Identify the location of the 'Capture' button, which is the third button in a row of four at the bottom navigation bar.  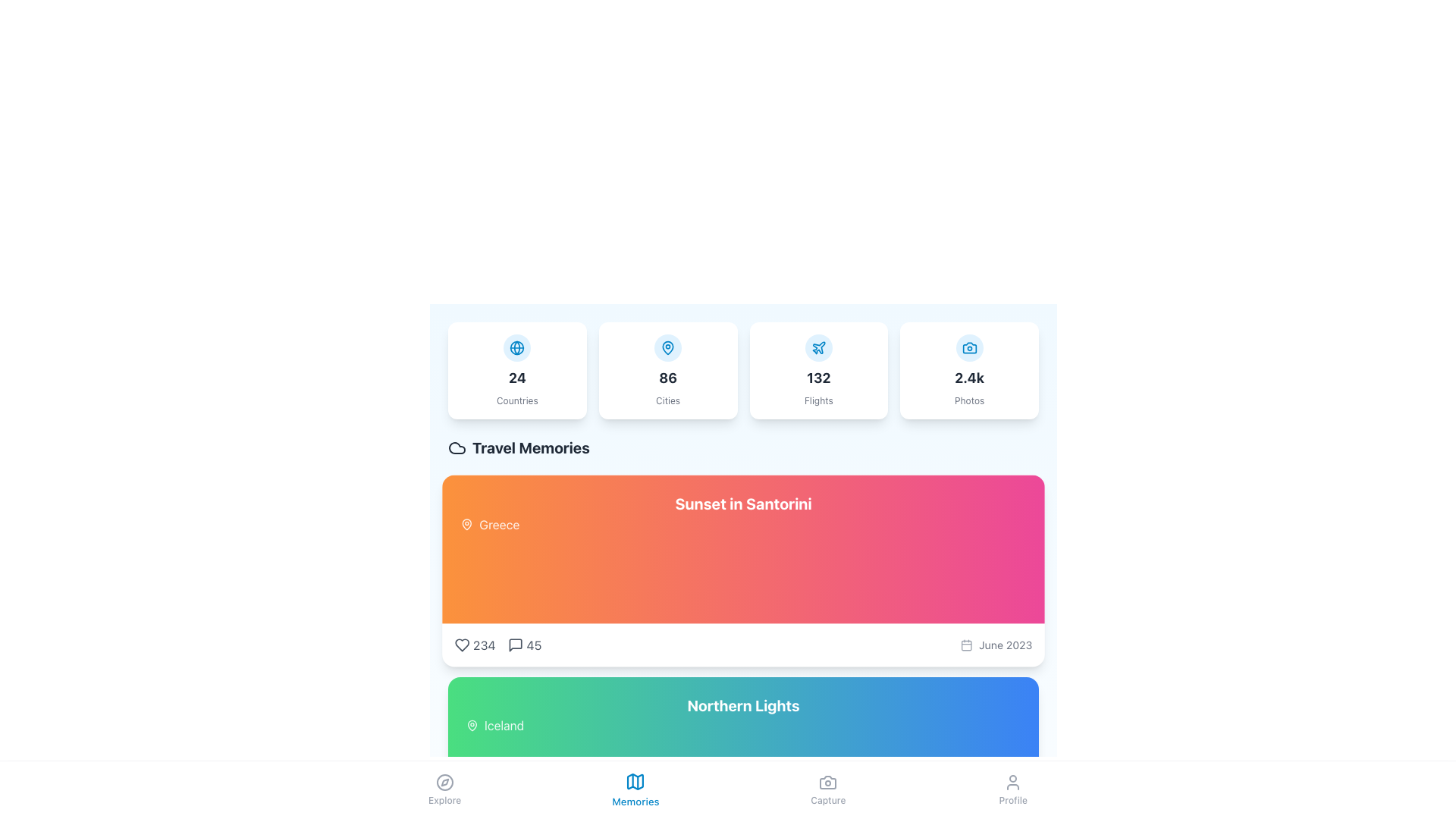
(827, 789).